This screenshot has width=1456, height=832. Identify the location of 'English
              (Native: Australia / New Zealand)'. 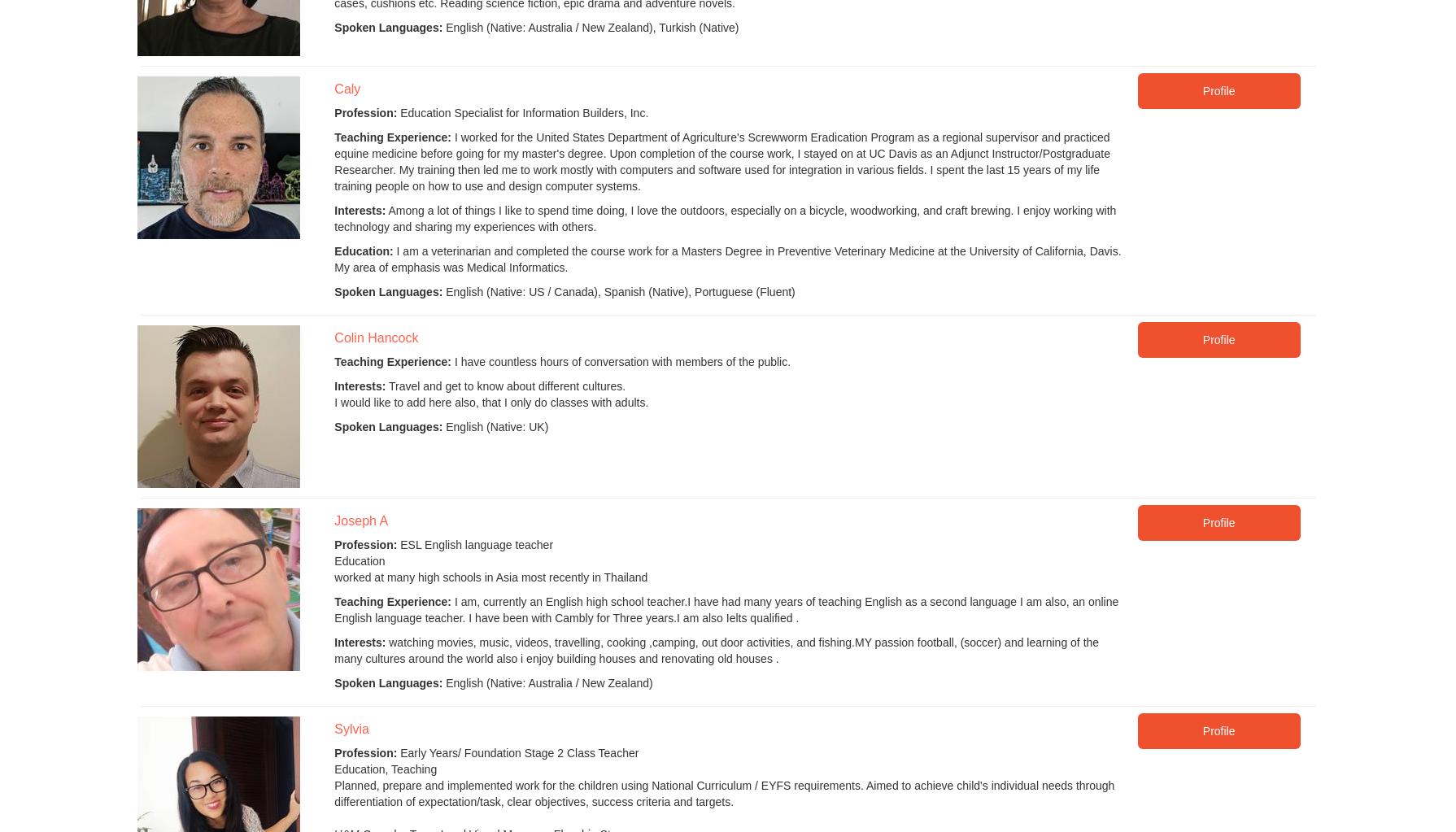
(547, 682).